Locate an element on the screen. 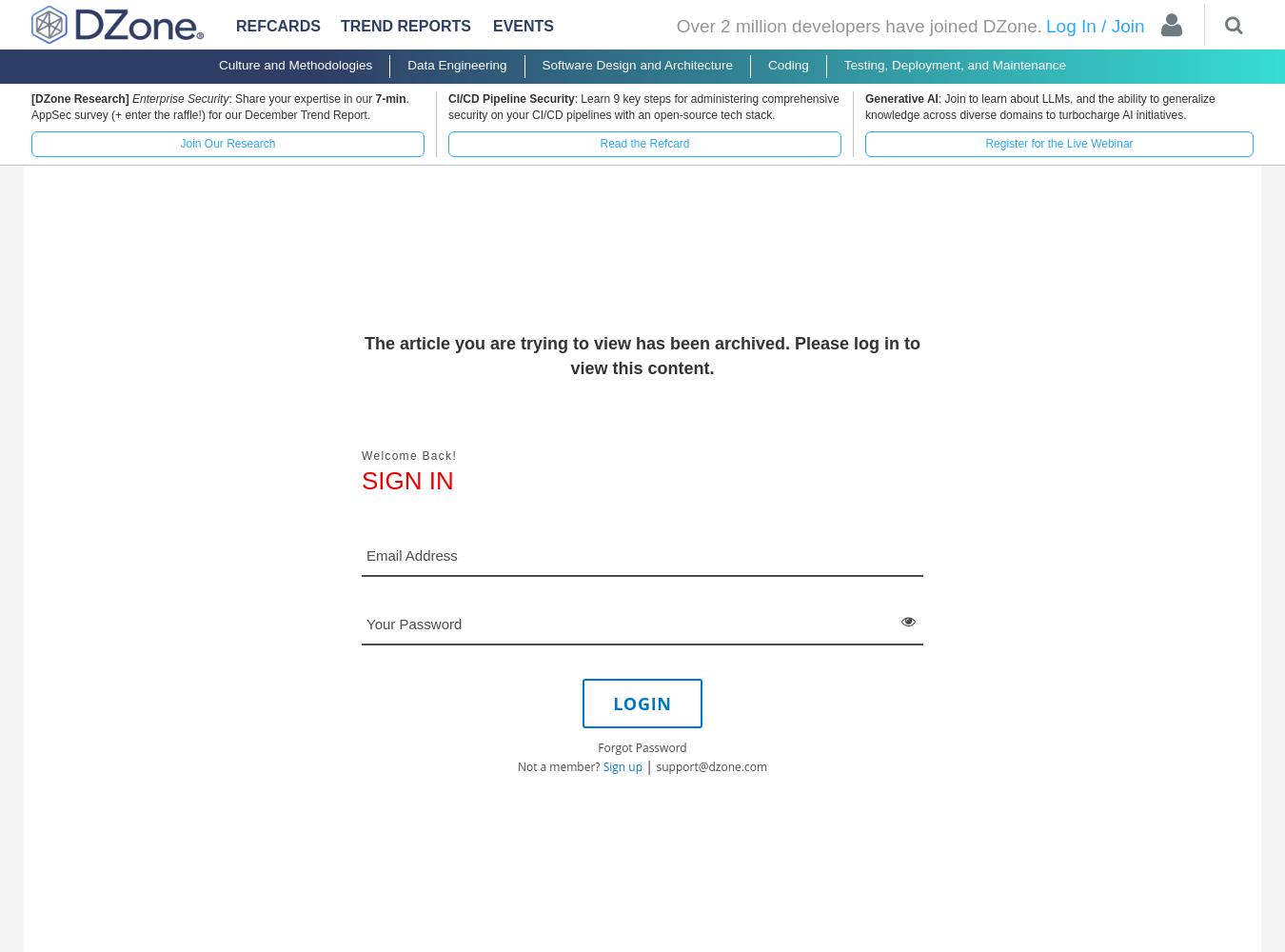 The height and width of the screenshot is (952, 1285). 'LOGIN' is located at coordinates (642, 702).